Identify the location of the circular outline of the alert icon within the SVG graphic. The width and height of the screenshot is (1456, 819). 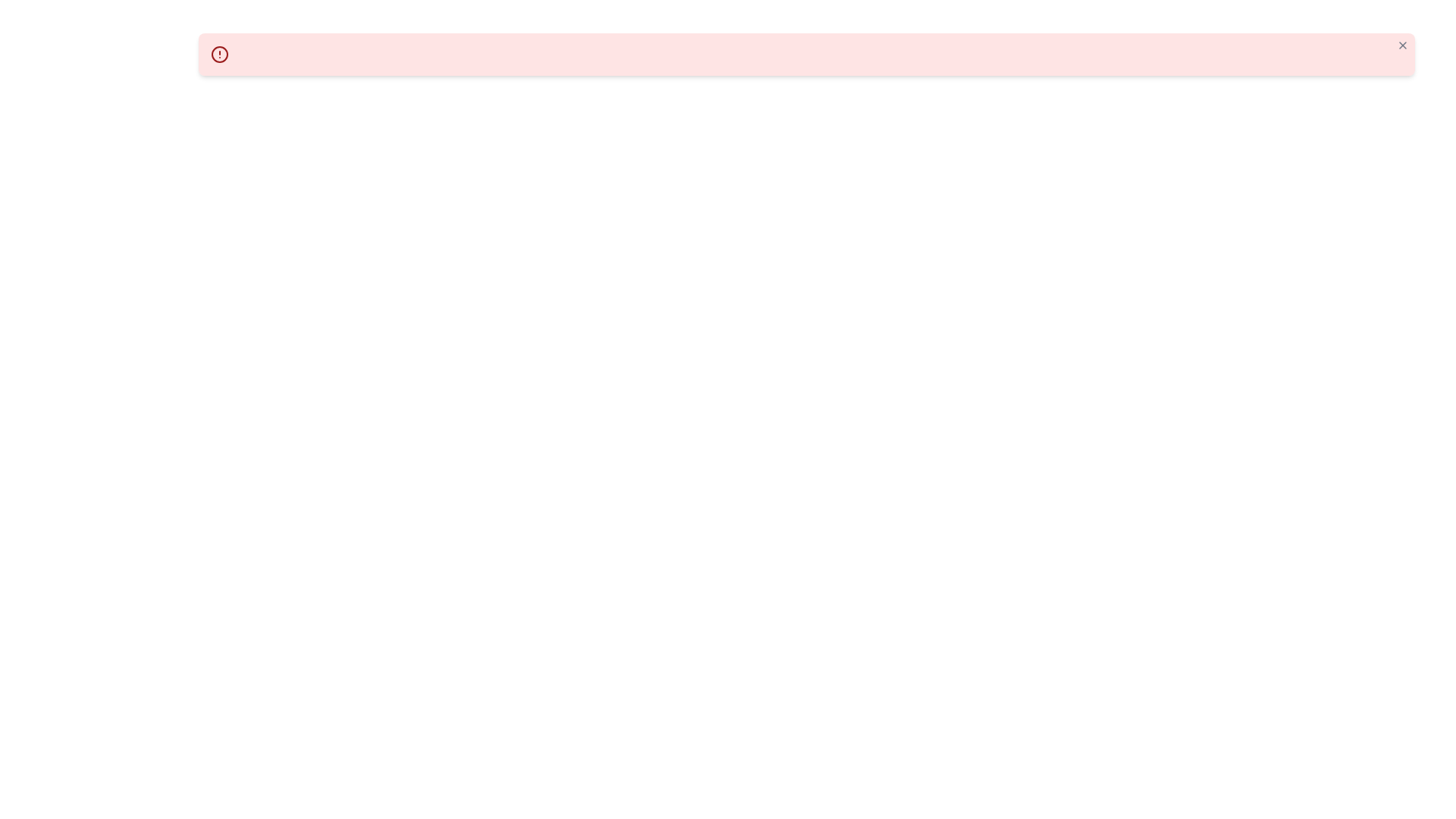
(218, 54).